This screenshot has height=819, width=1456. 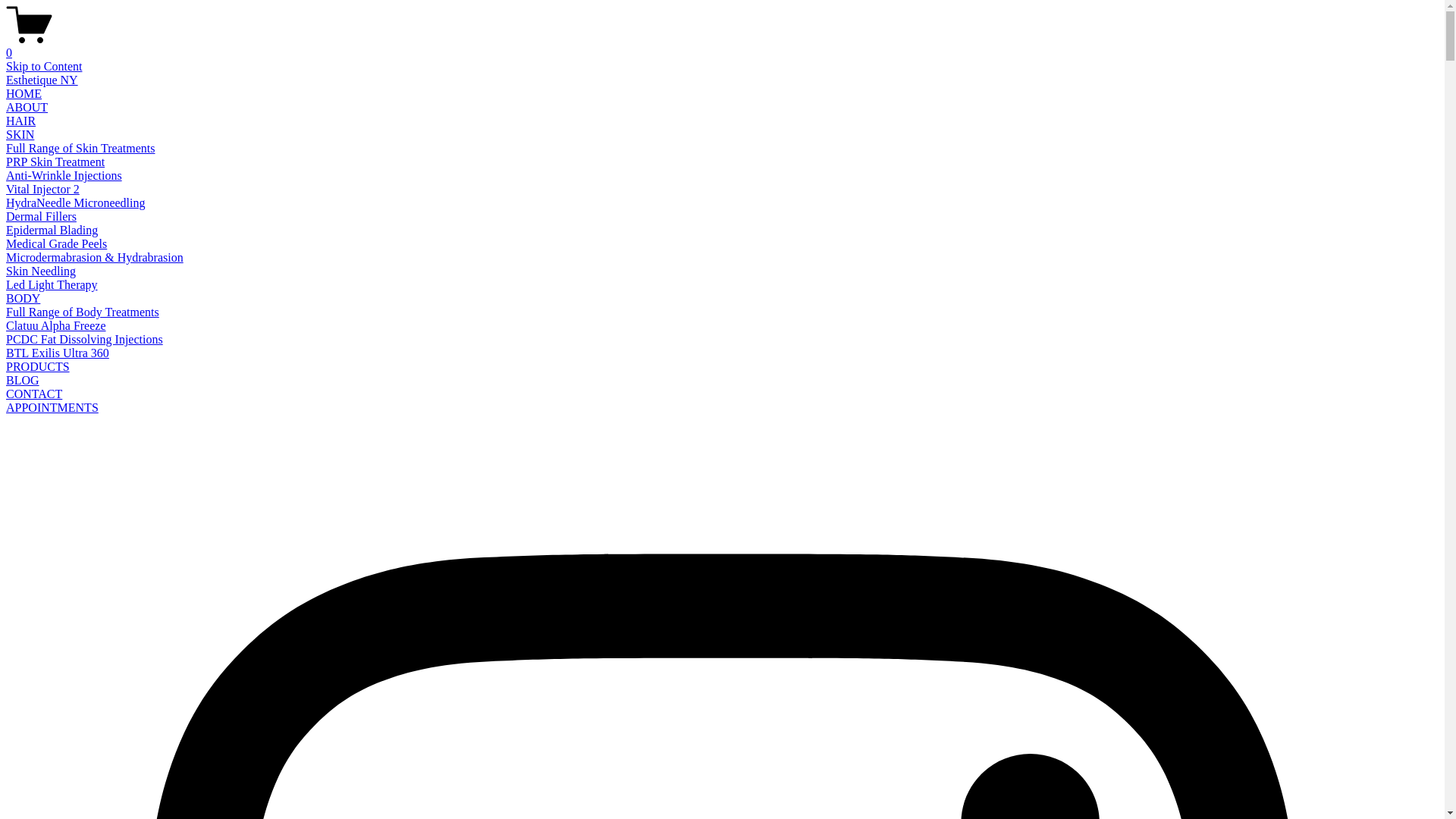 I want to click on 'PRP Skin Treatment', so click(x=6, y=162).